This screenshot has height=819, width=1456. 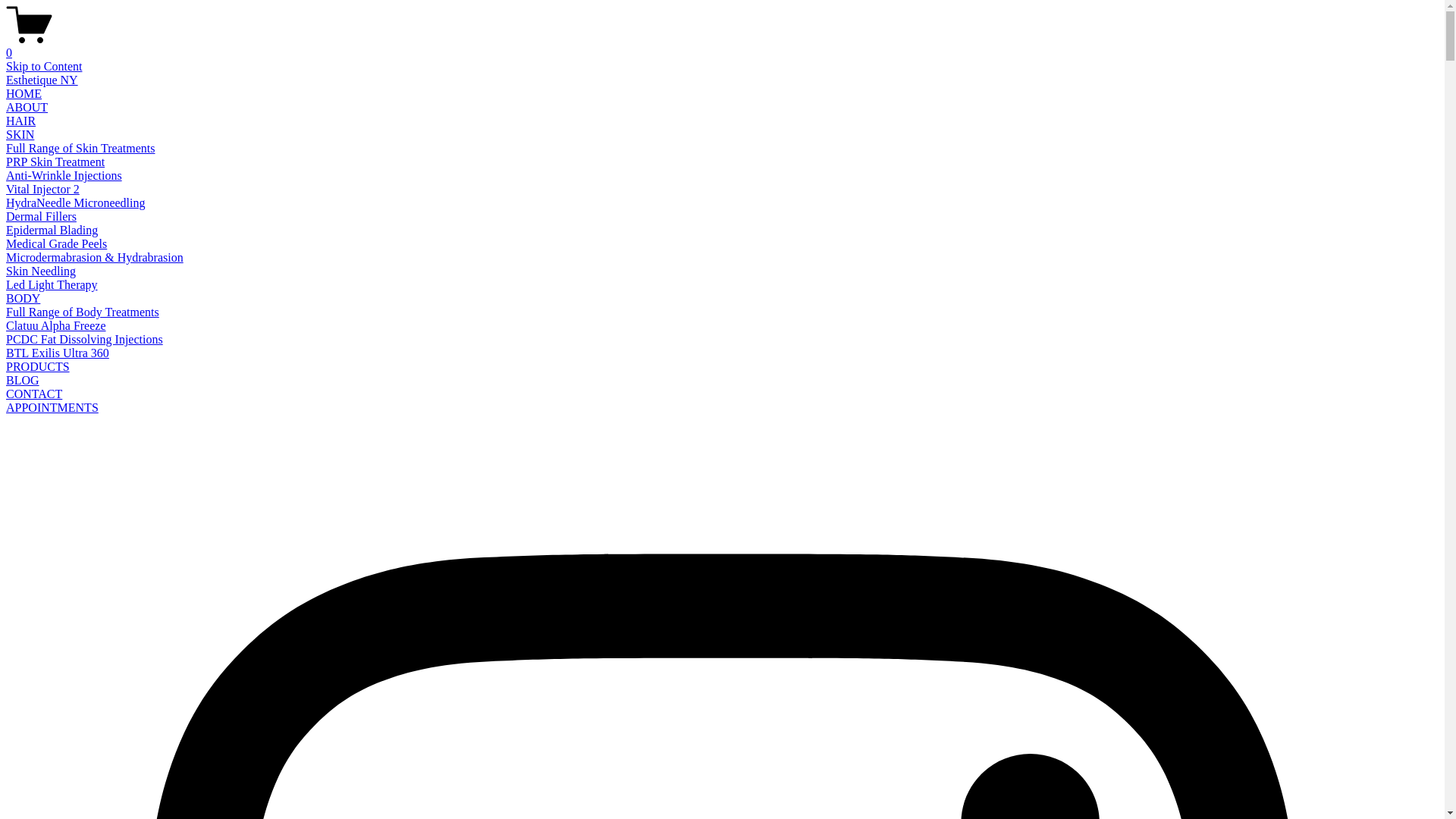 I want to click on 'PRP Skin Treatment', so click(x=6, y=162).